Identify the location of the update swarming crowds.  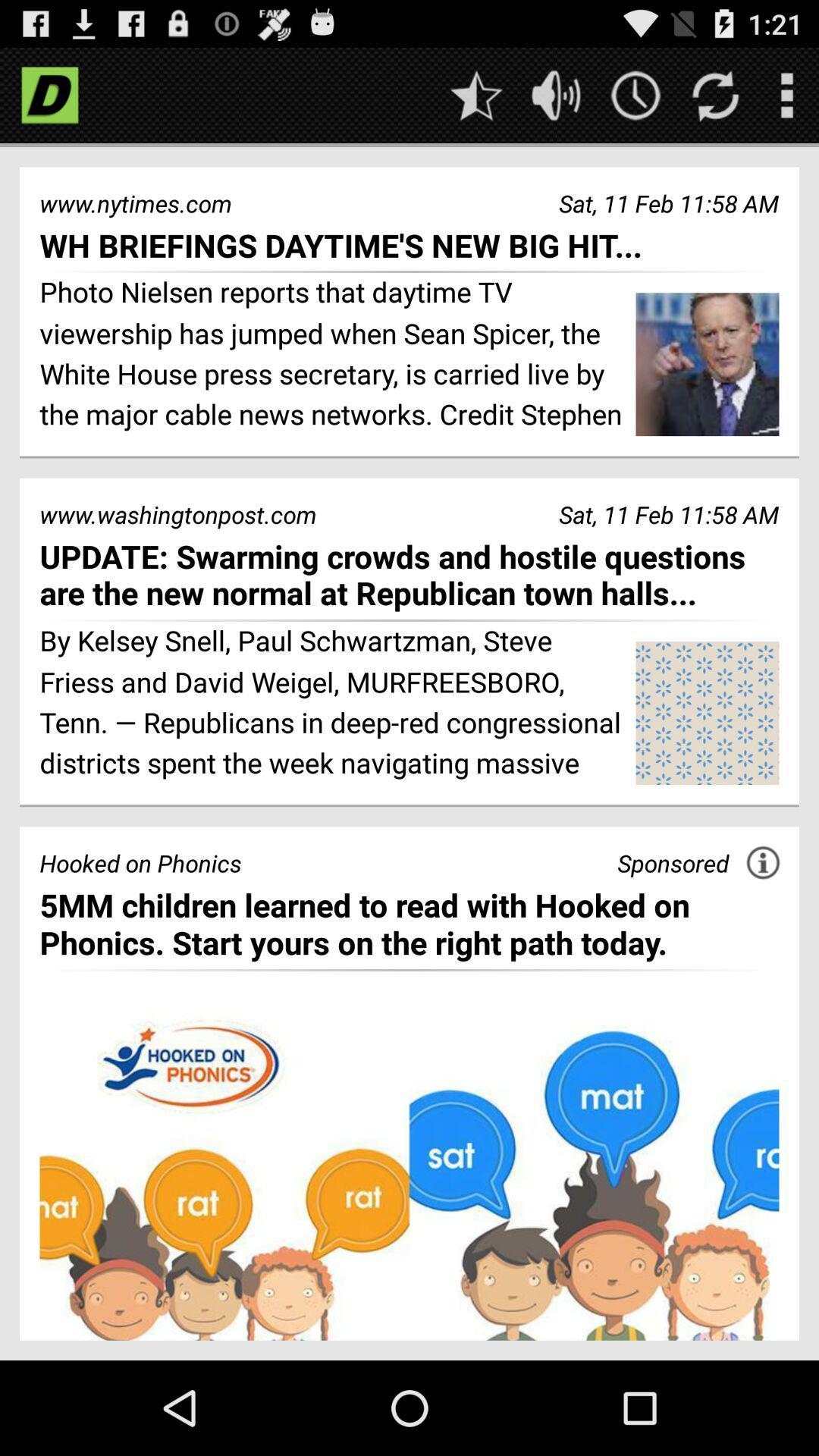
(409, 574).